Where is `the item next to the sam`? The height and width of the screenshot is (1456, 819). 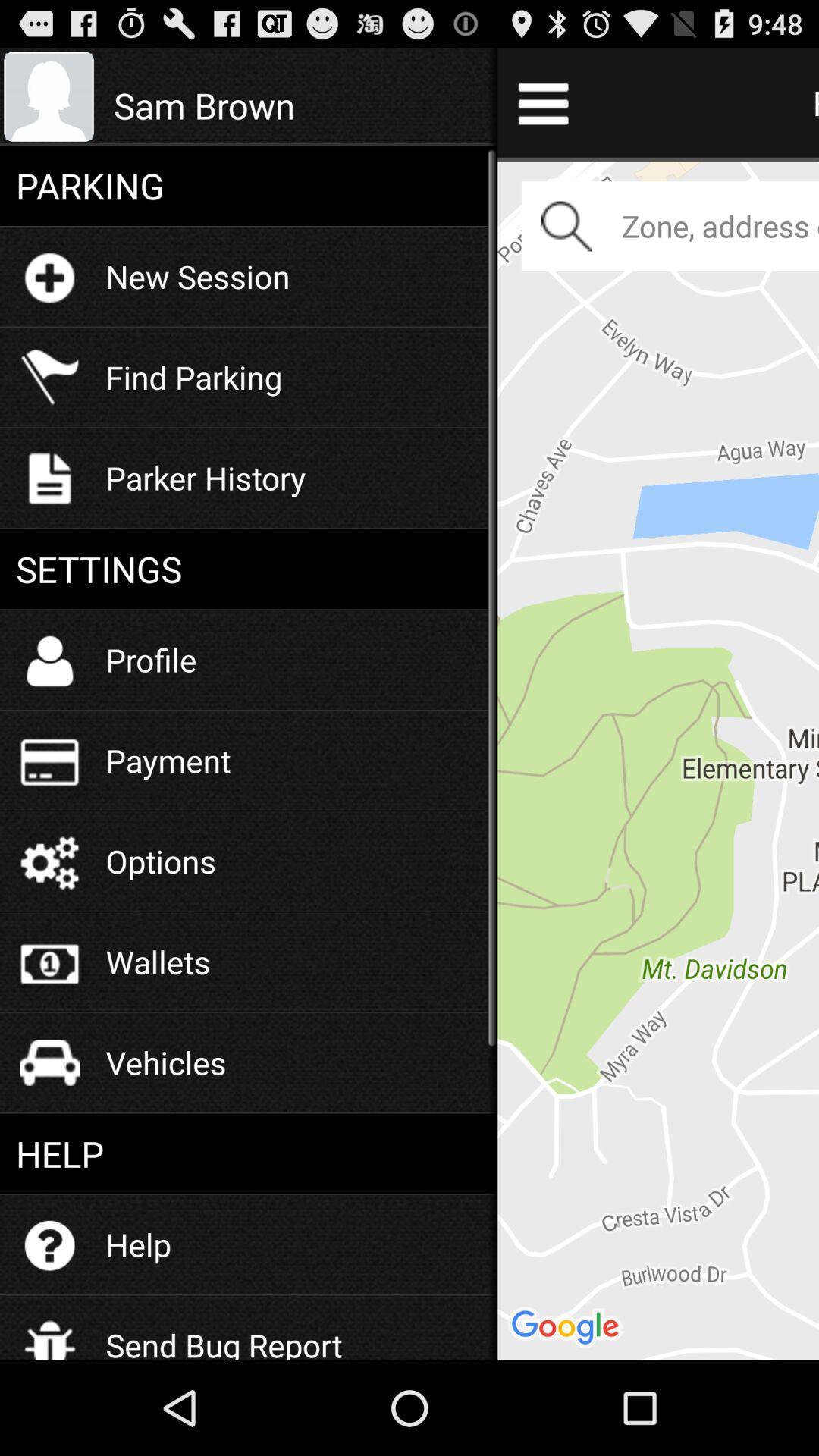
the item next to the sam is located at coordinates (657, 758).